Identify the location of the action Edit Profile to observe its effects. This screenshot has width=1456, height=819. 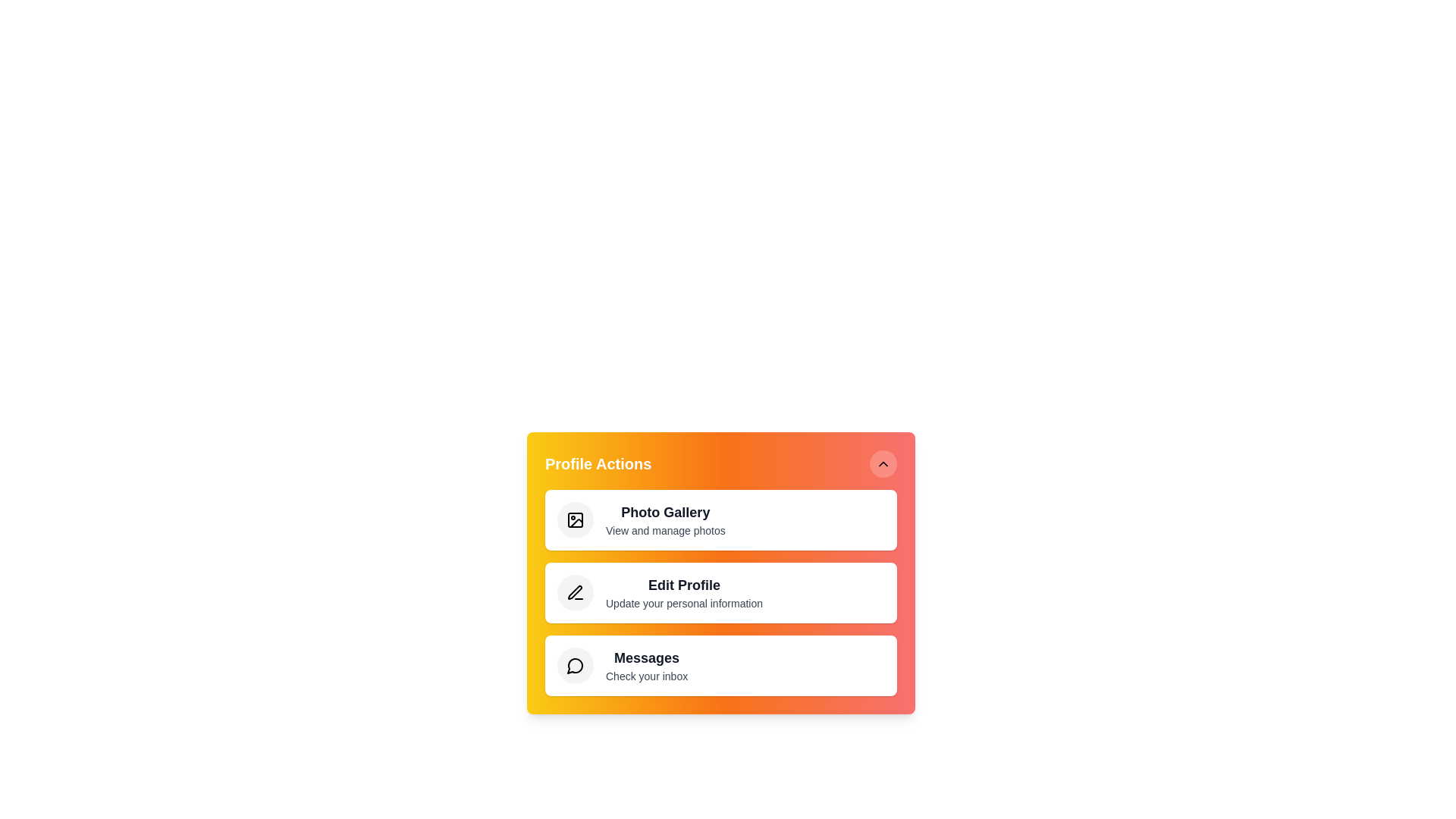
(574, 592).